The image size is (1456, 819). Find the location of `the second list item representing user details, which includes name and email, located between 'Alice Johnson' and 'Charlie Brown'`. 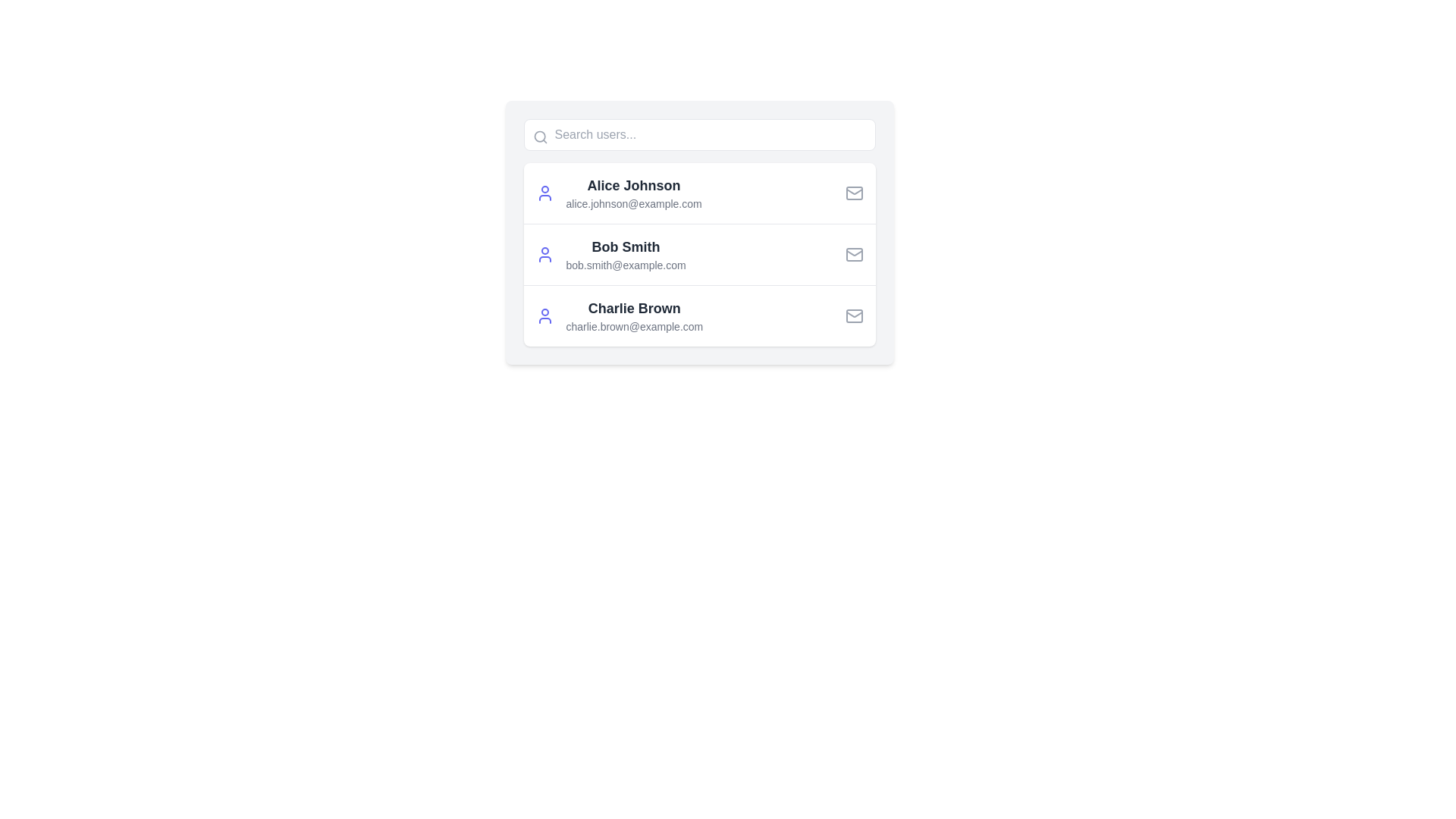

the second list item representing user details, which includes name and email, located between 'Alice Johnson' and 'Charlie Brown' is located at coordinates (698, 253).